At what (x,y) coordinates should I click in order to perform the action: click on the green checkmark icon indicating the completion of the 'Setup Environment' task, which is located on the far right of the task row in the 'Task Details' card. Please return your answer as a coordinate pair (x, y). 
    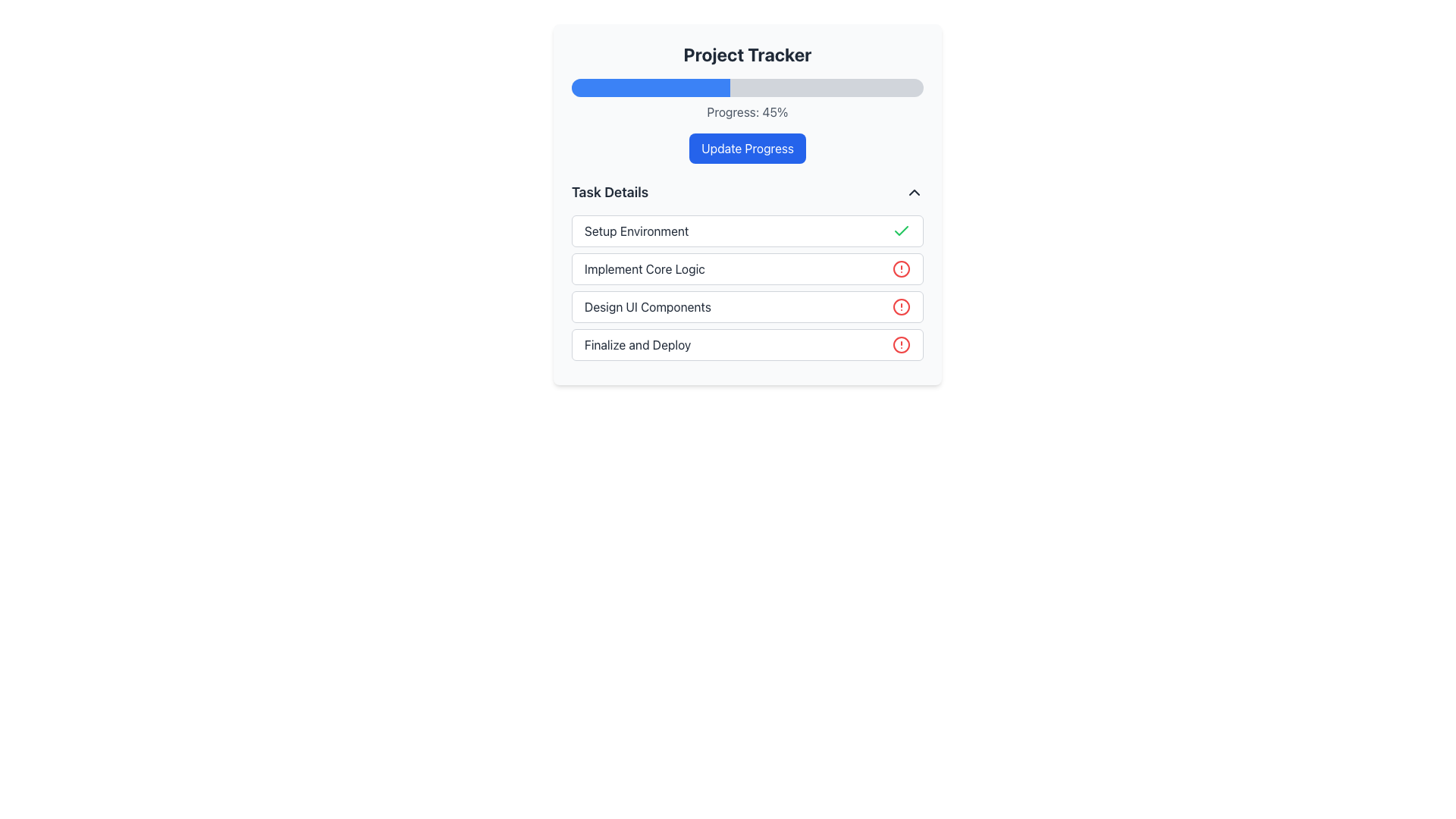
    Looking at the image, I should click on (902, 231).